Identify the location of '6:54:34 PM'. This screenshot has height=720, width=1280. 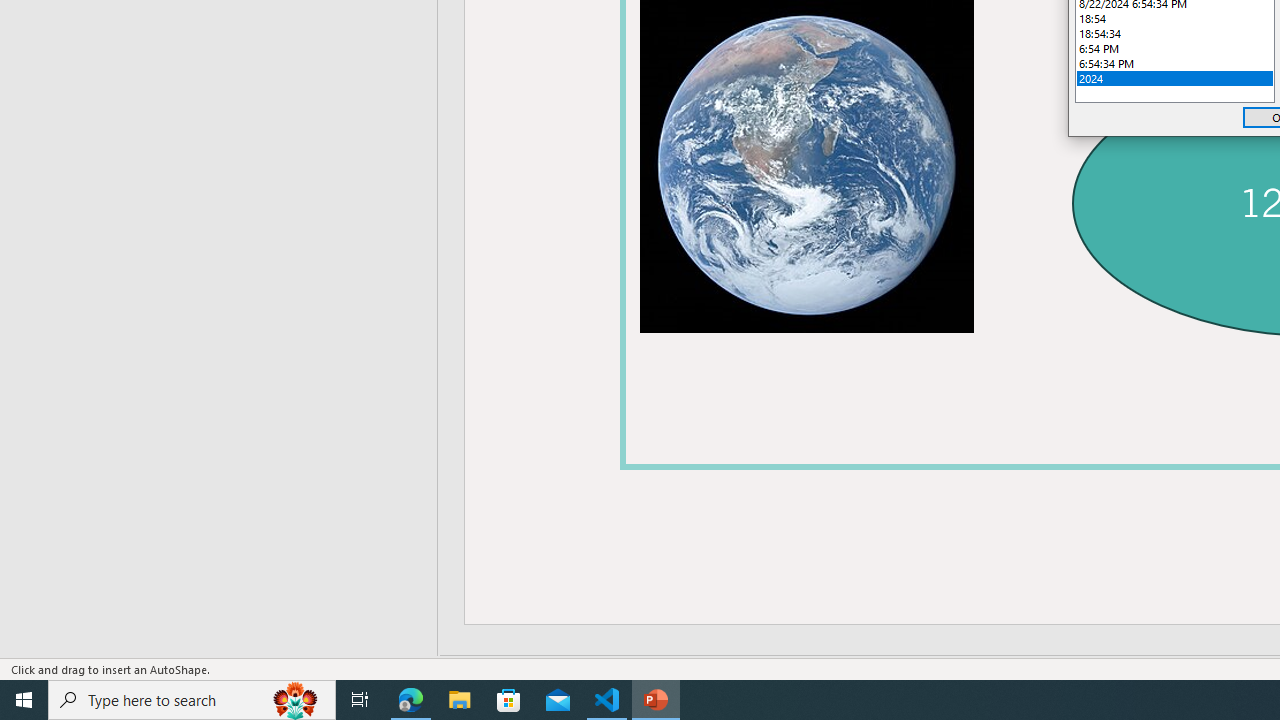
(1175, 62).